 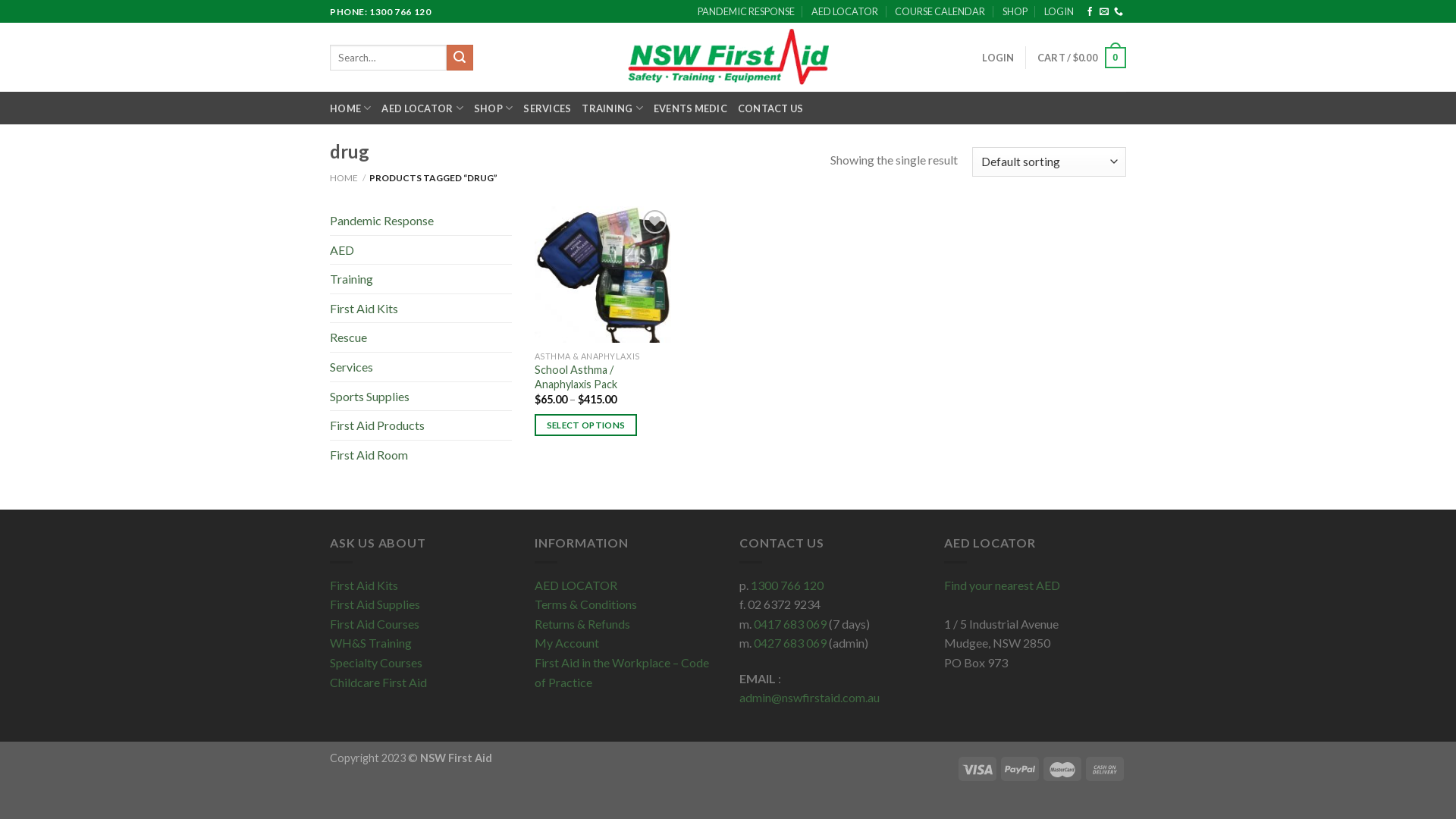 I want to click on 'First Aid Courses', so click(x=329, y=623).